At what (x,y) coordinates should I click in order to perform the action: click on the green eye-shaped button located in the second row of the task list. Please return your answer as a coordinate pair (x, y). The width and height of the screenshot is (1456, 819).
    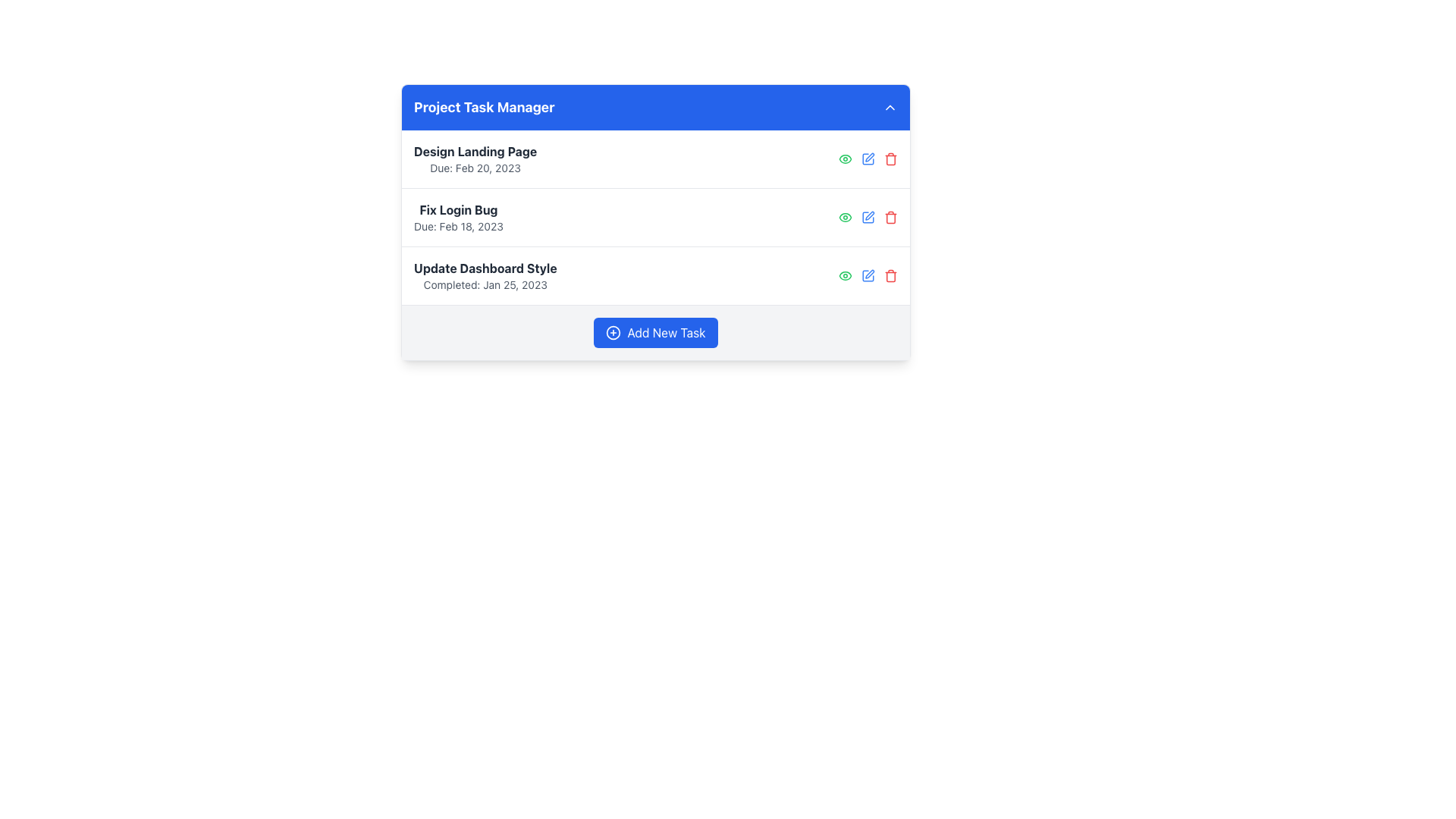
    Looking at the image, I should click on (844, 217).